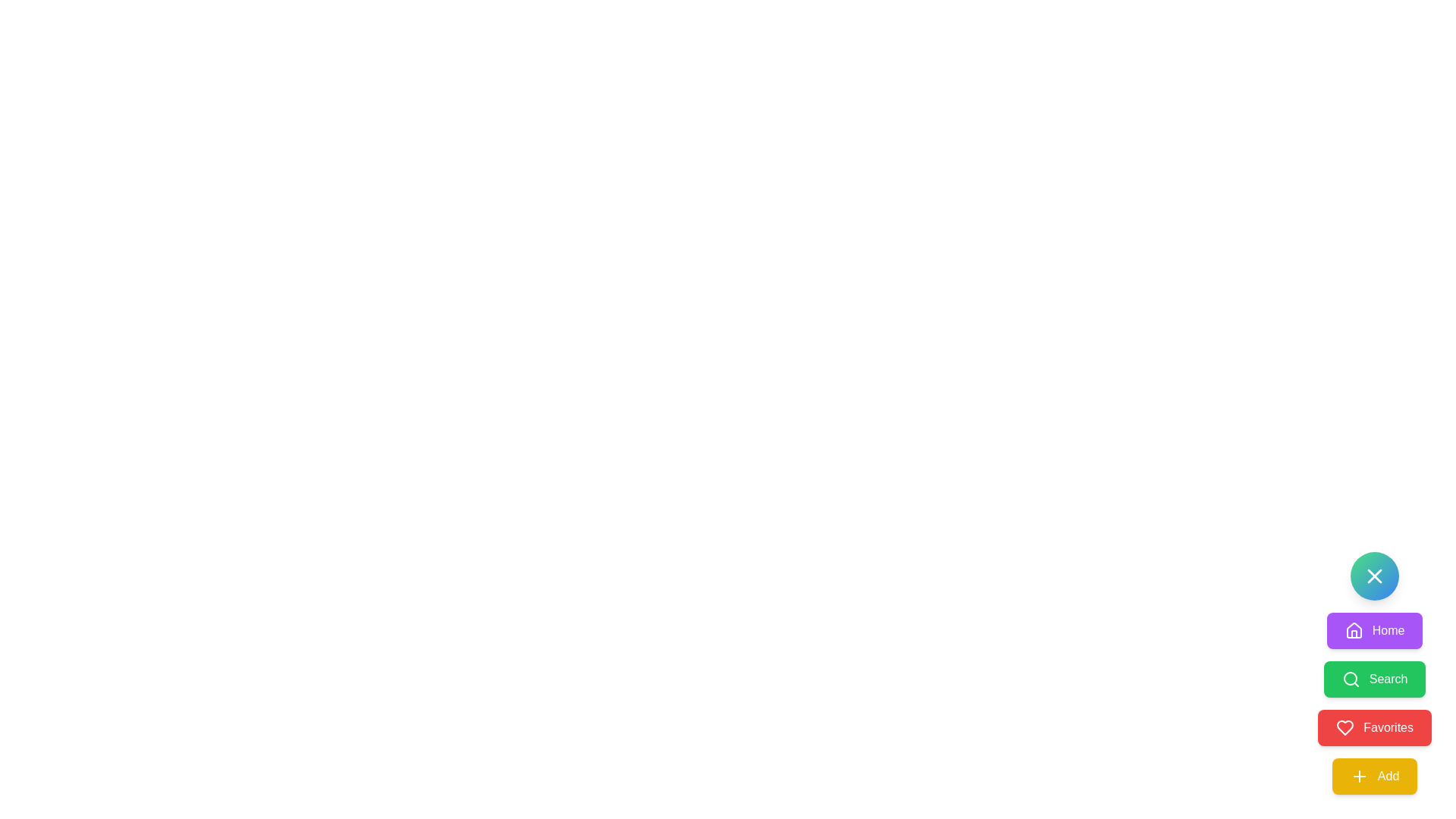 This screenshot has height=819, width=1456. I want to click on the search icon, which is a magnifying glass shape with a green background, located to the left of the 'Search' label in the button-like structure, so click(1351, 678).